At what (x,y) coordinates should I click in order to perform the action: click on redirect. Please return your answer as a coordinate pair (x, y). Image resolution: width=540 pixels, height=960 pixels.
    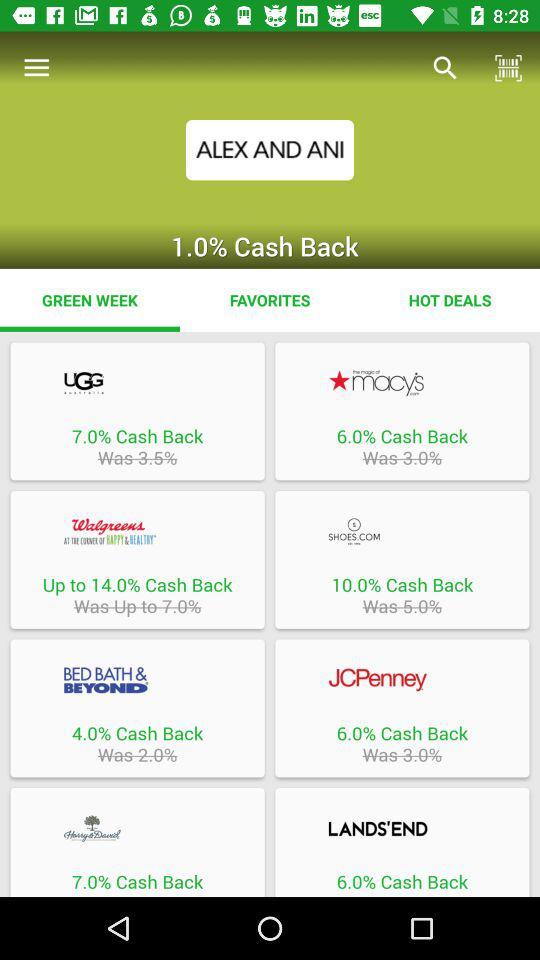
    Looking at the image, I should click on (402, 530).